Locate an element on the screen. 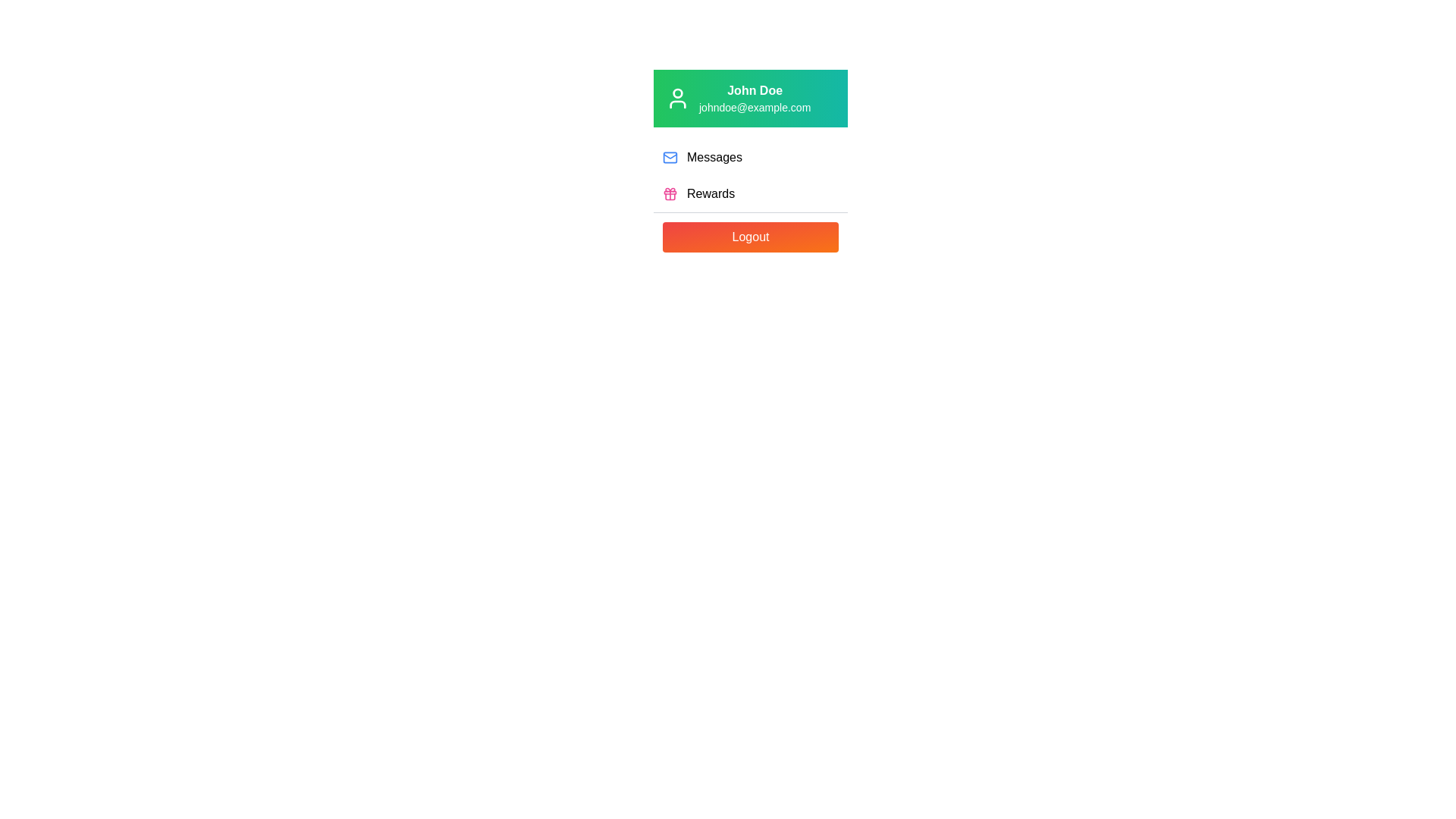  the 'Messages' text label, which is positioned next is located at coordinates (714, 158).